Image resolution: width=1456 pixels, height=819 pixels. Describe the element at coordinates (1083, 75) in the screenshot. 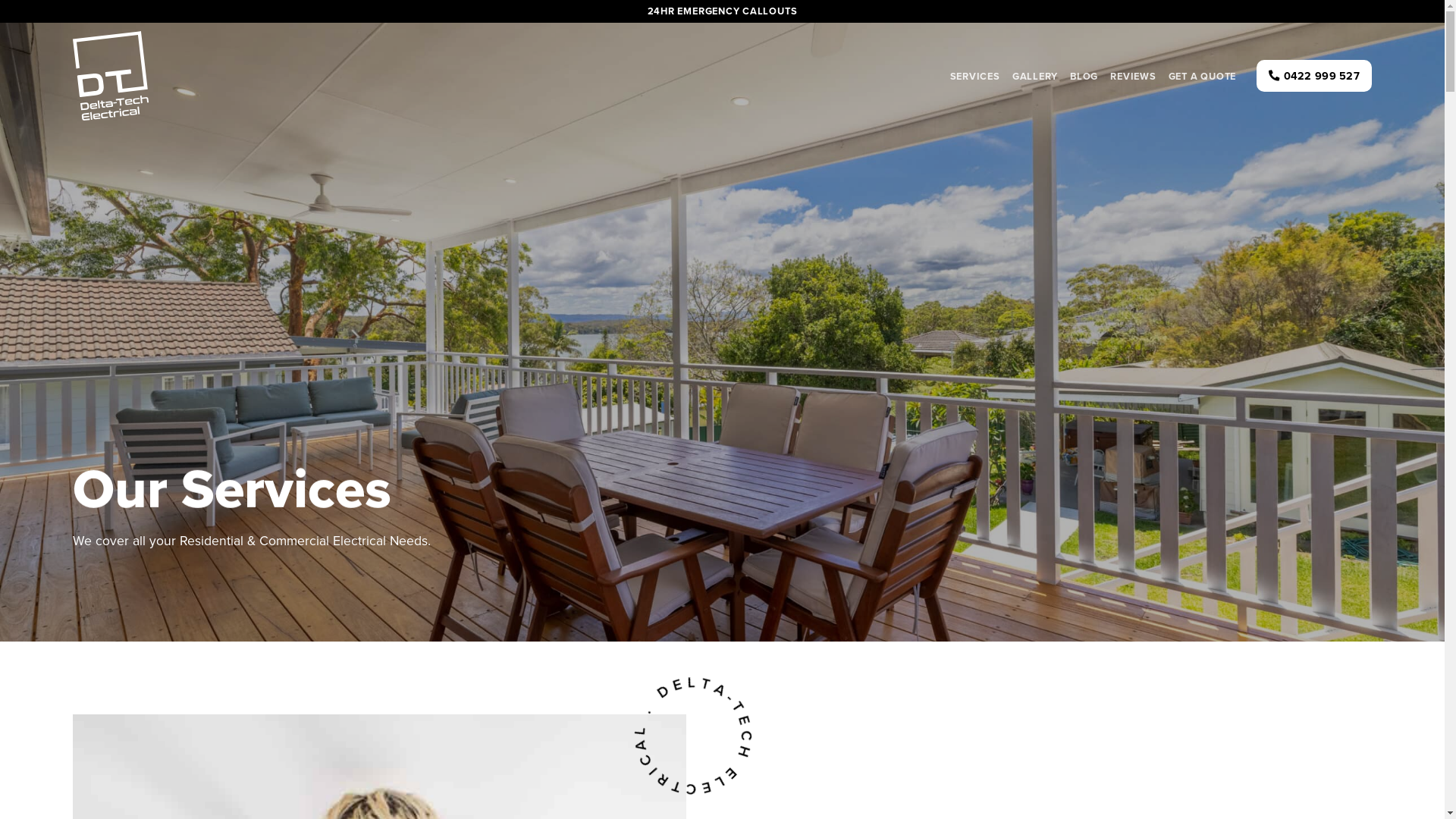

I see `'BLOG'` at that location.